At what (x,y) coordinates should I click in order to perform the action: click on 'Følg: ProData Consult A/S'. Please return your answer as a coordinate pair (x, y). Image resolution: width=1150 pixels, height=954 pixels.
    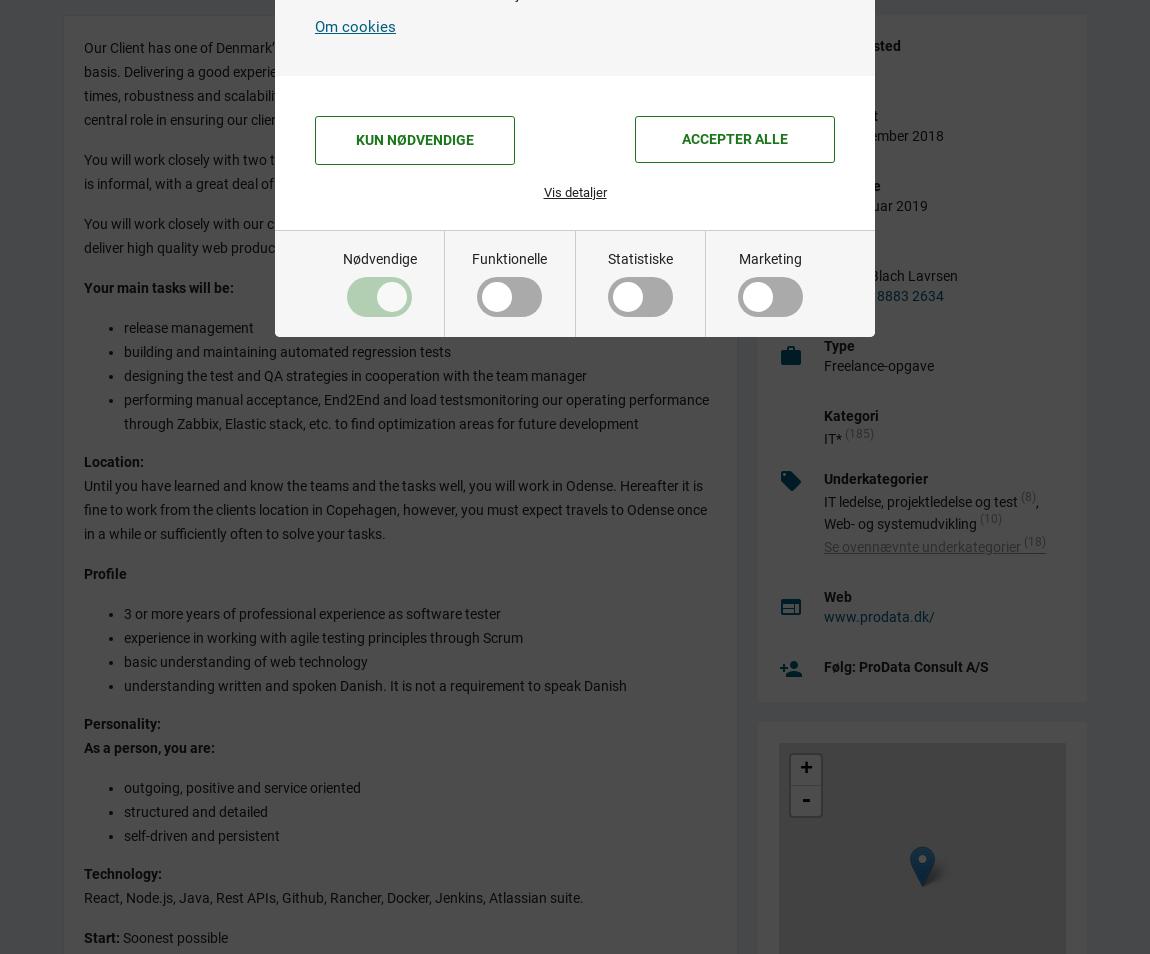
    Looking at the image, I should click on (906, 664).